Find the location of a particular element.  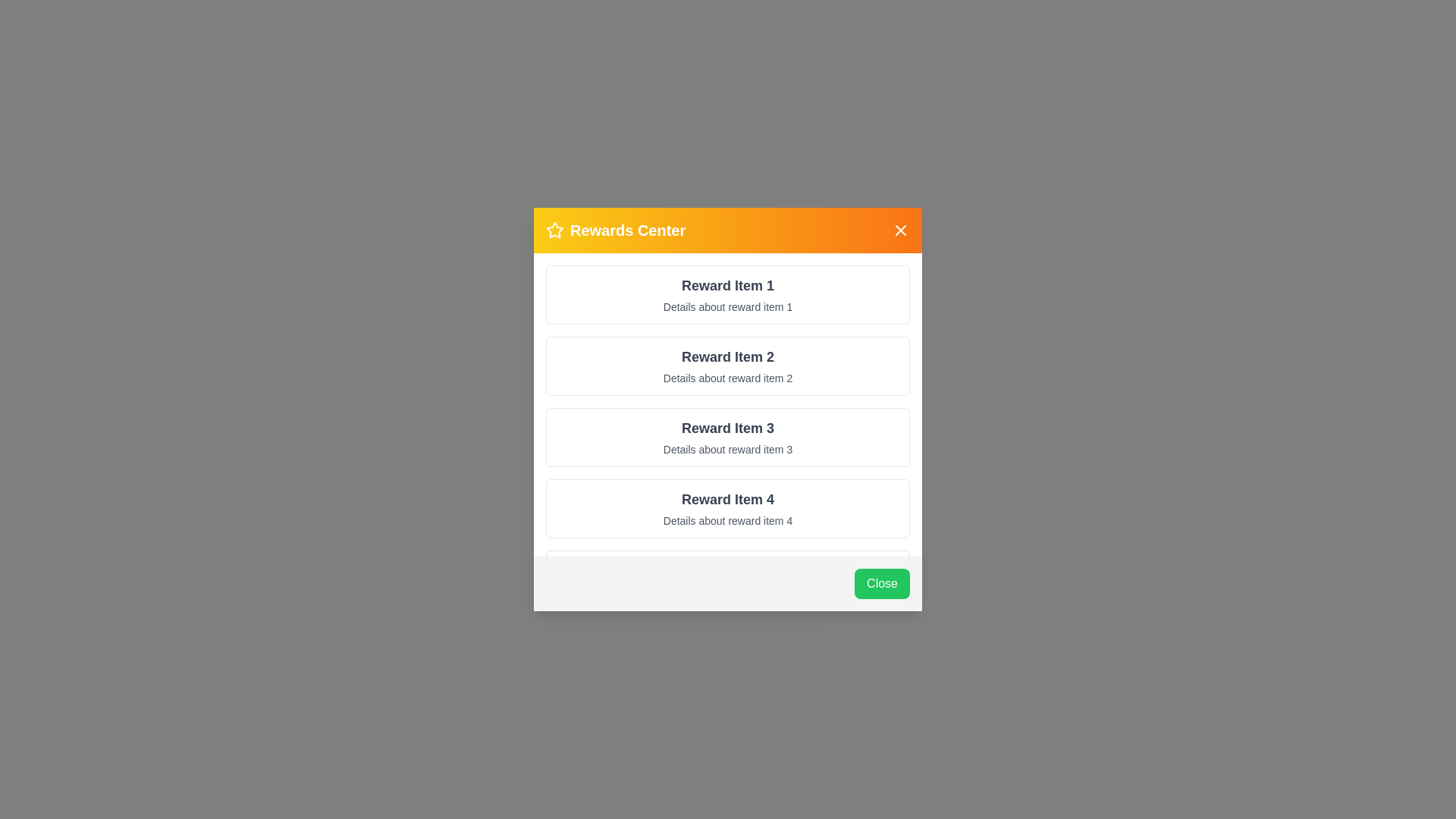

close button in the header of the RewardsDialog is located at coordinates (901, 231).